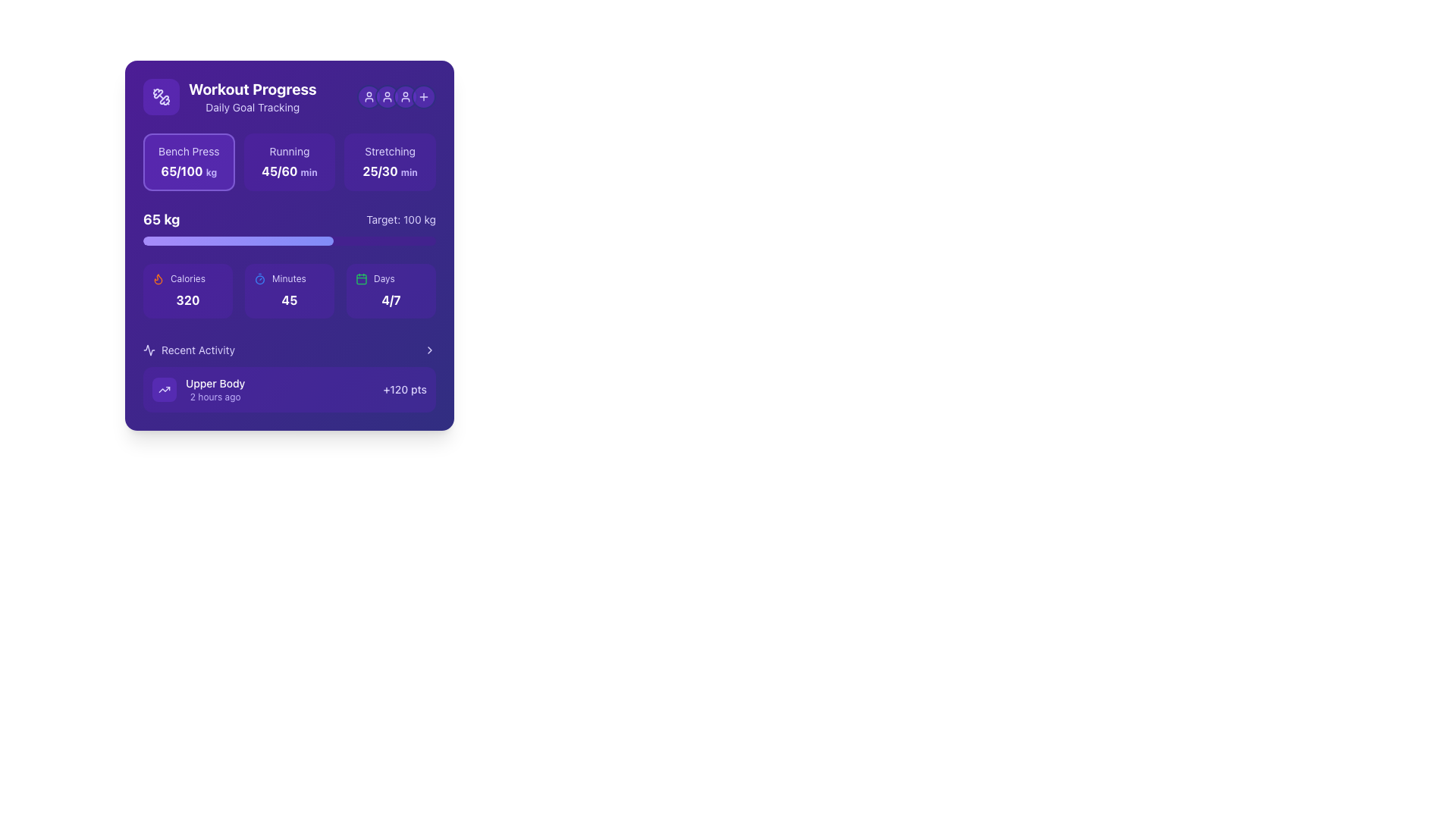 This screenshot has width=1456, height=819. I want to click on the informational block with a purple background containing the text 'Running' and '45/60 min', located between 'Bench Press' and 'Stretching' in the 'Workout Progress' section, so click(290, 162).